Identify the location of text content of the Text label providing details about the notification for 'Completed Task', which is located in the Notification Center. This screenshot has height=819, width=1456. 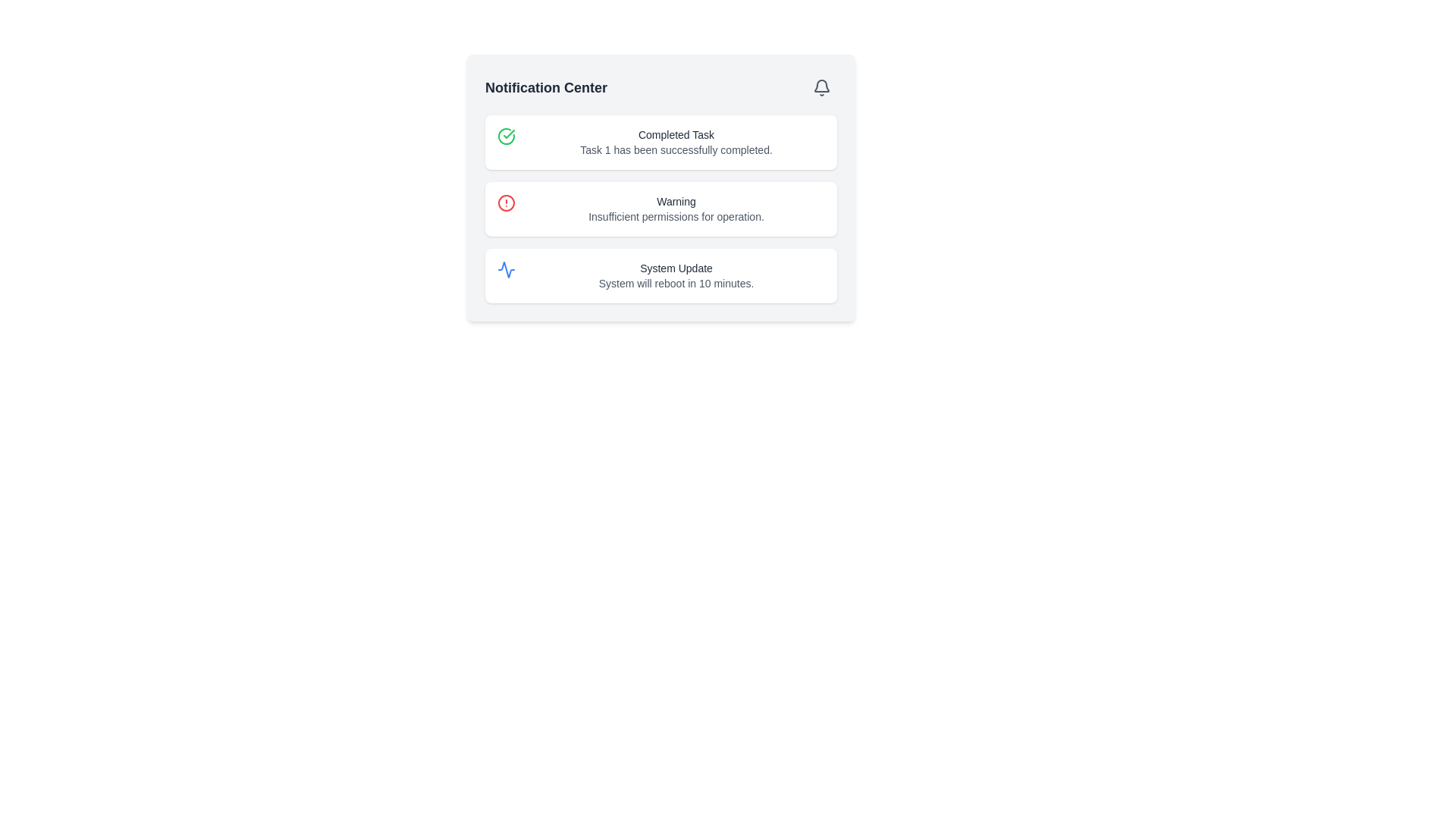
(676, 149).